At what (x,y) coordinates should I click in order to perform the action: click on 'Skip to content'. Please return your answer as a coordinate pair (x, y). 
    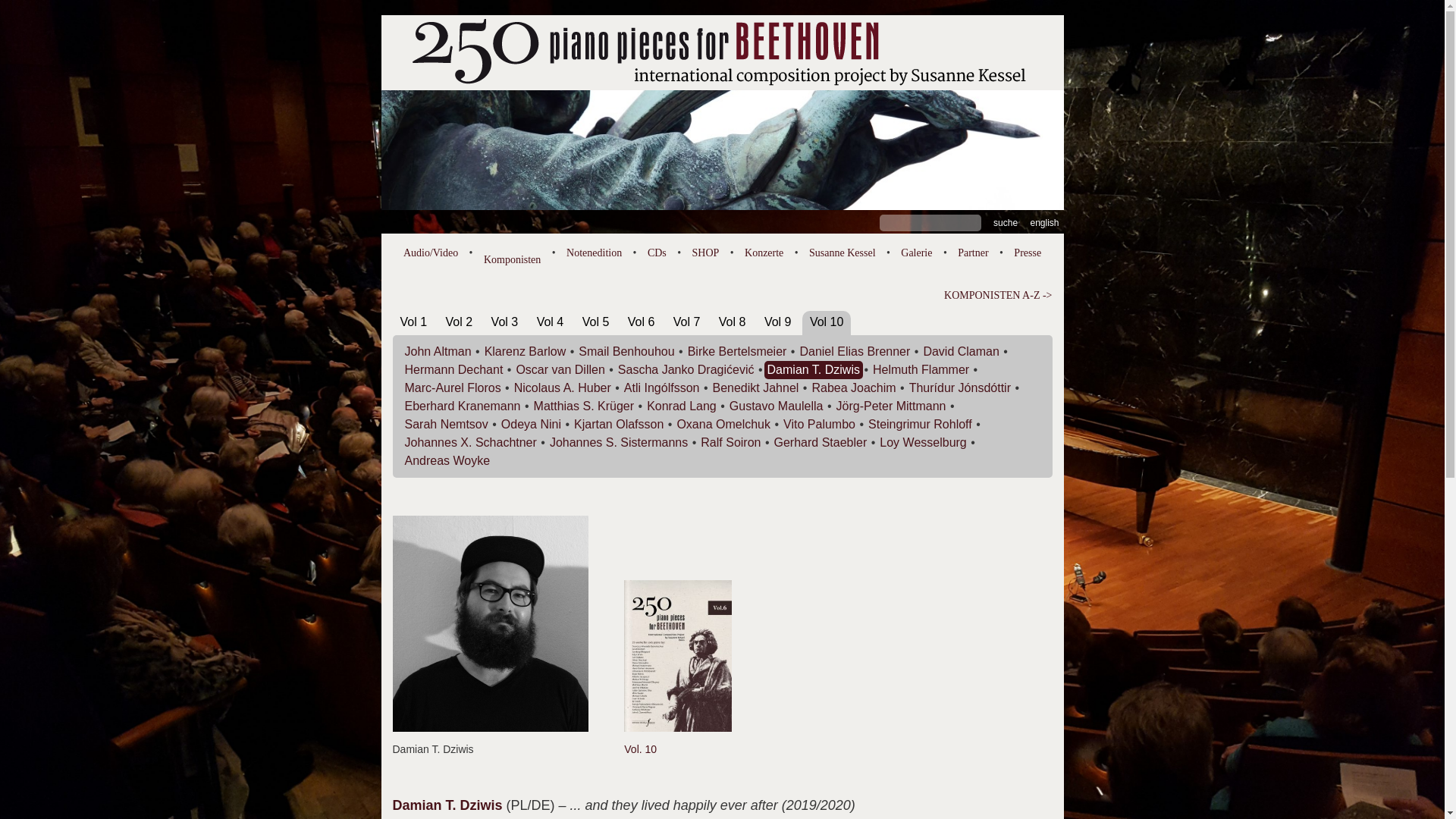
    Looking at the image, I should click on (381, 15).